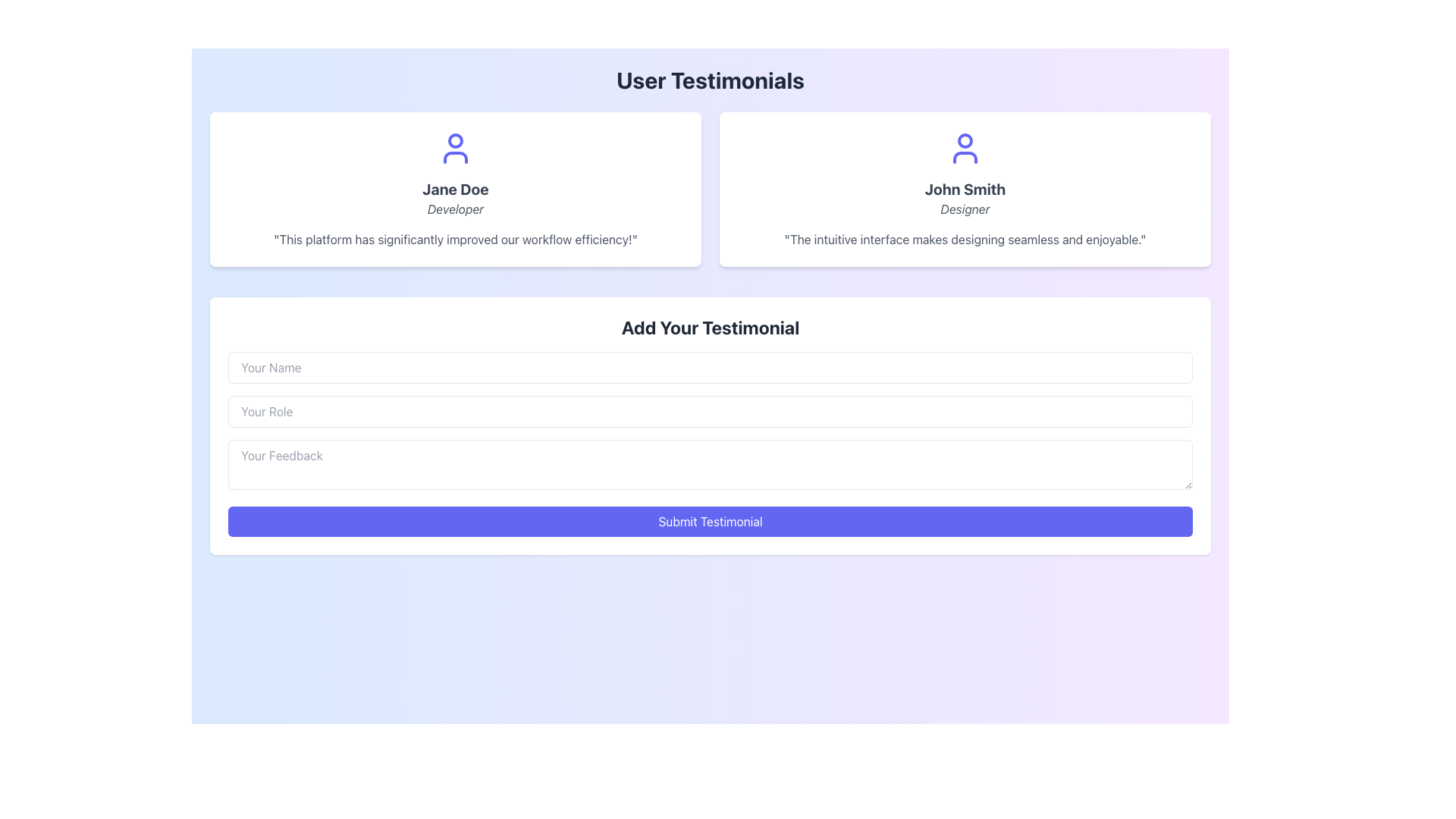 This screenshot has height=819, width=1456. I want to click on the lower semicircular base of the user SVG icon located in the top-left section of the testimonial cards under 'User Testimonials', so click(454, 158).